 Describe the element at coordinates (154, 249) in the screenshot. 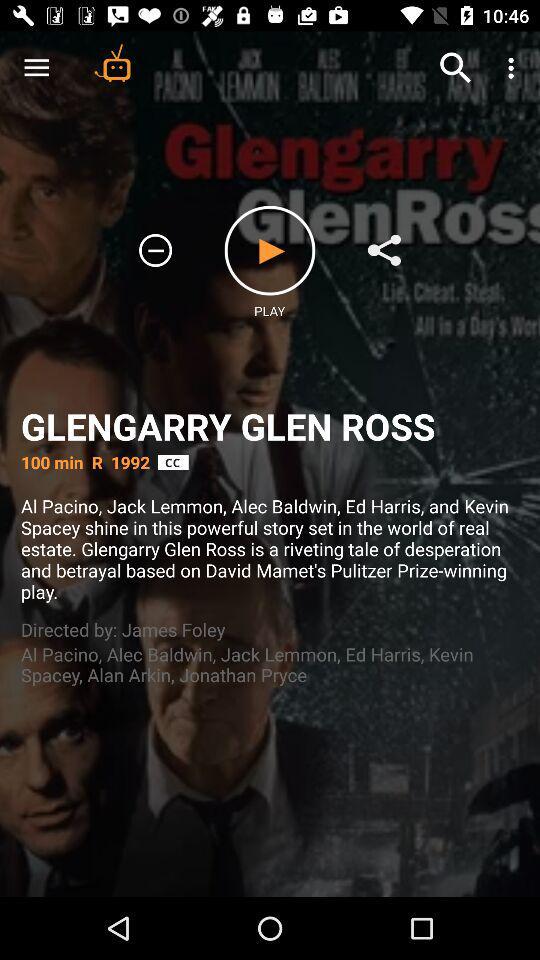

I see `the minus icon` at that location.